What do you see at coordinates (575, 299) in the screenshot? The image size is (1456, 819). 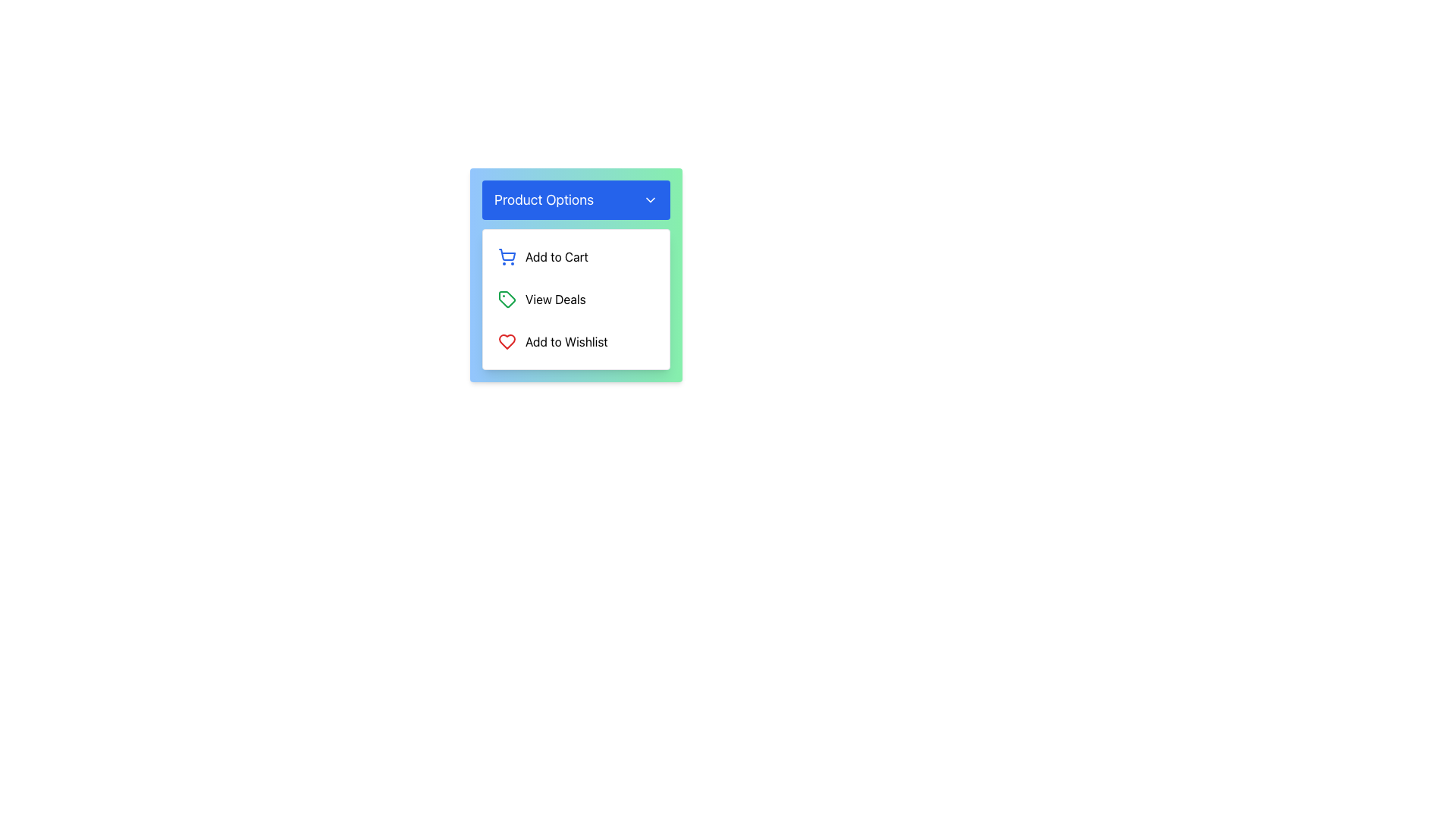 I see `the second menu item labeled 'View Deals' under 'Product Options'` at bounding box center [575, 299].